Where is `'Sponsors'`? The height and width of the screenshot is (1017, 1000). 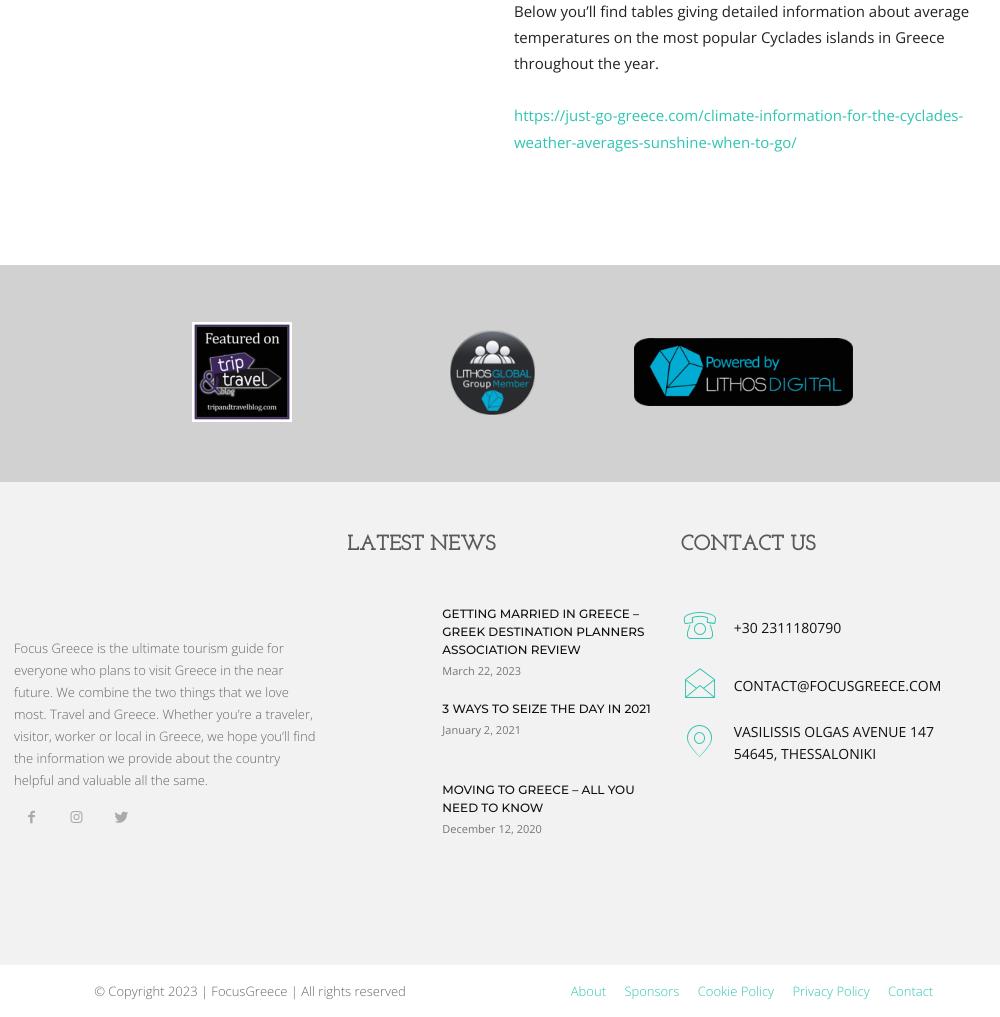
'Sponsors' is located at coordinates (623, 990).